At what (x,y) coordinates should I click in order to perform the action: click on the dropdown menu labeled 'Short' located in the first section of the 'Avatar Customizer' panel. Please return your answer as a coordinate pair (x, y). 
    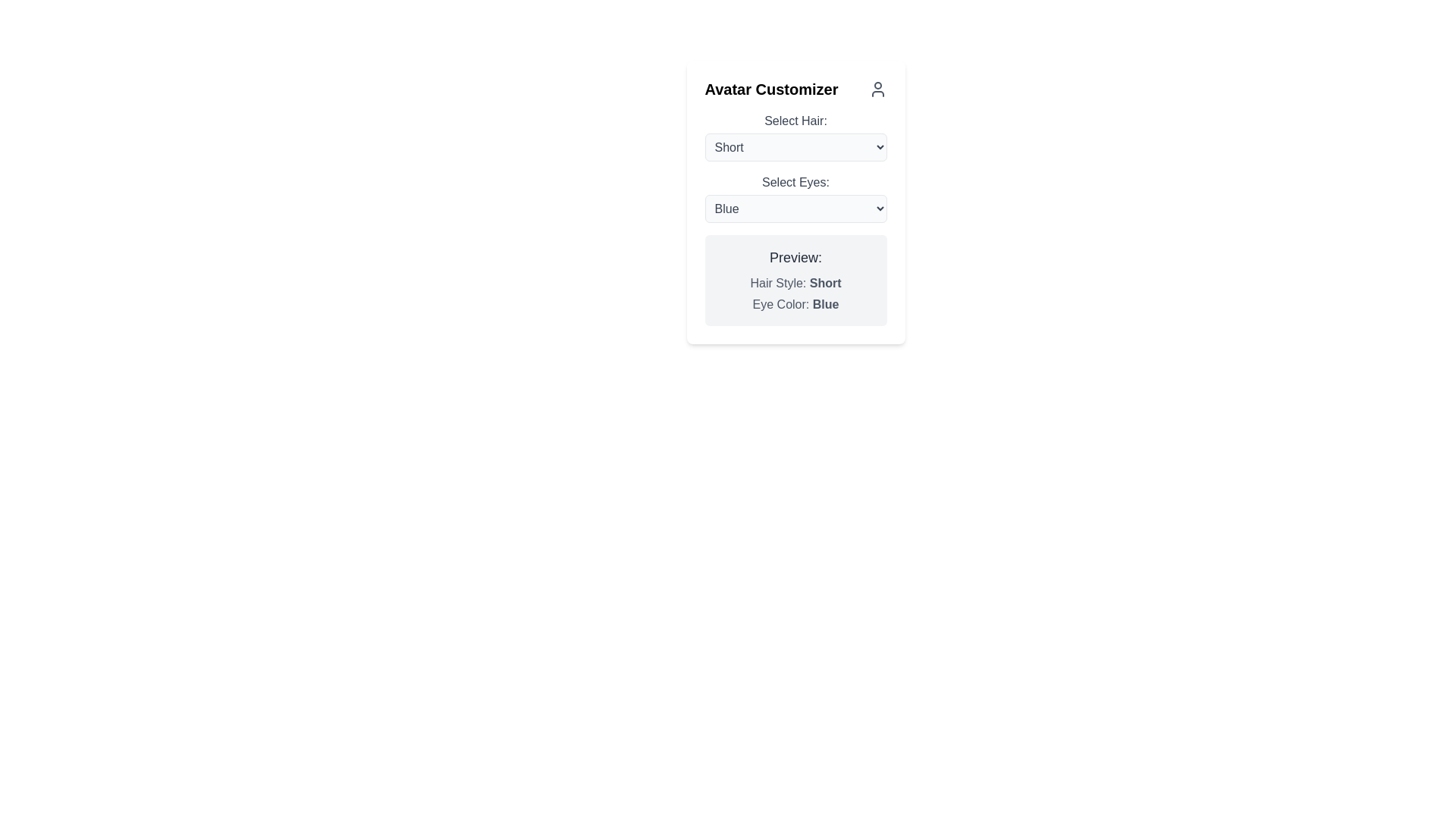
    Looking at the image, I should click on (795, 147).